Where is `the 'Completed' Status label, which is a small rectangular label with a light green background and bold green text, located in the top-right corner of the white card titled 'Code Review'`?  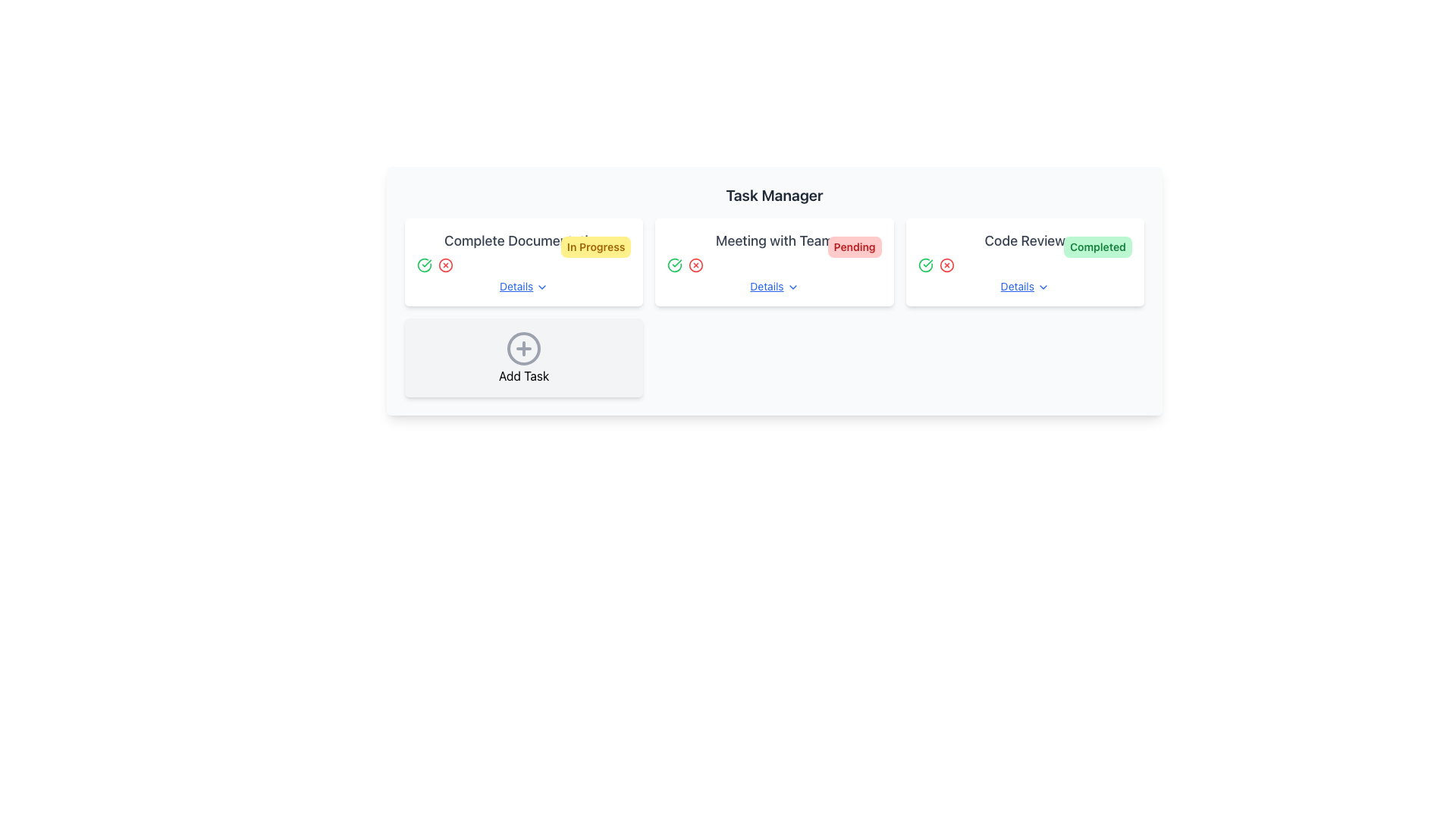
the 'Completed' Status label, which is a small rectangular label with a light green background and bold green text, located in the top-right corner of the white card titled 'Code Review' is located at coordinates (1098, 246).